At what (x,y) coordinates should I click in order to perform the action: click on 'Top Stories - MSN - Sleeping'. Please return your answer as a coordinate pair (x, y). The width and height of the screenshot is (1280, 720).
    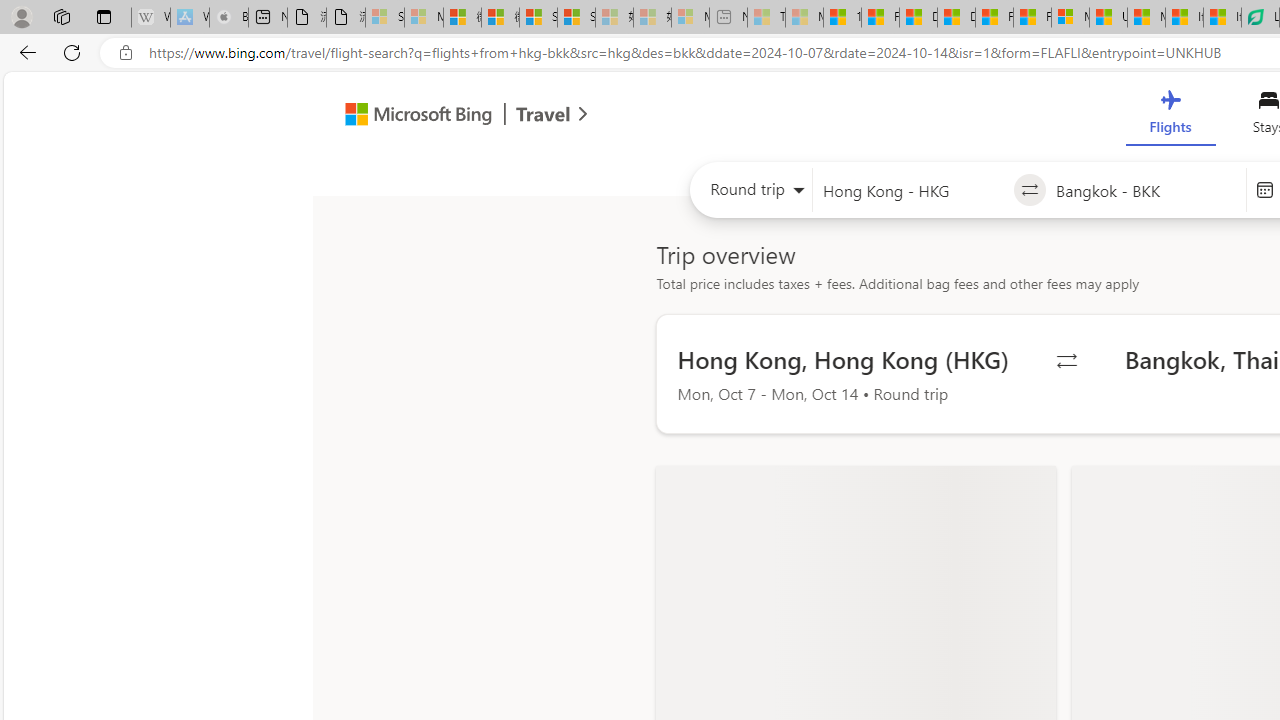
    Looking at the image, I should click on (765, 17).